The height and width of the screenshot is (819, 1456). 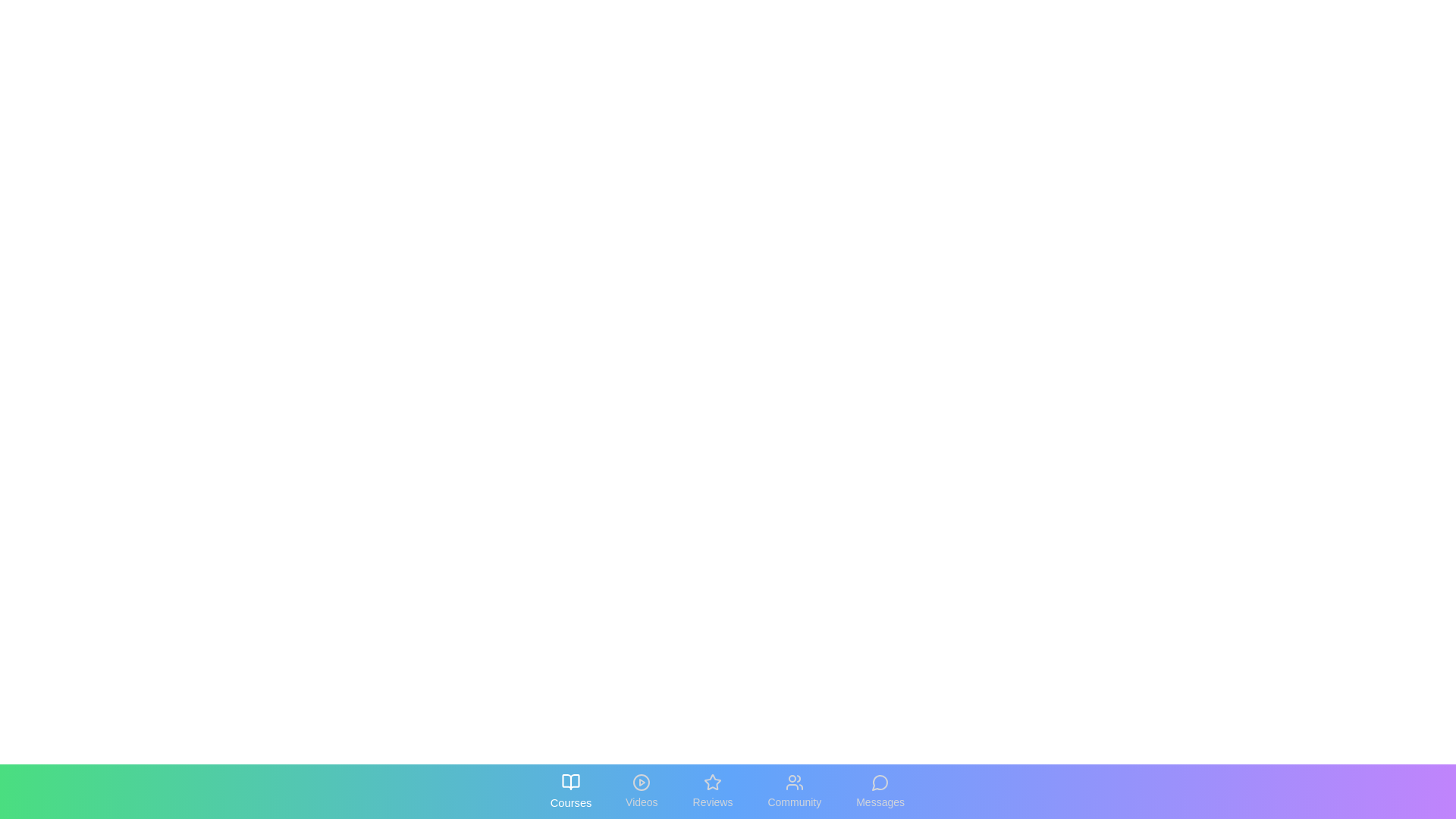 What do you see at coordinates (641, 791) in the screenshot?
I see `the tab labeled Videos` at bounding box center [641, 791].